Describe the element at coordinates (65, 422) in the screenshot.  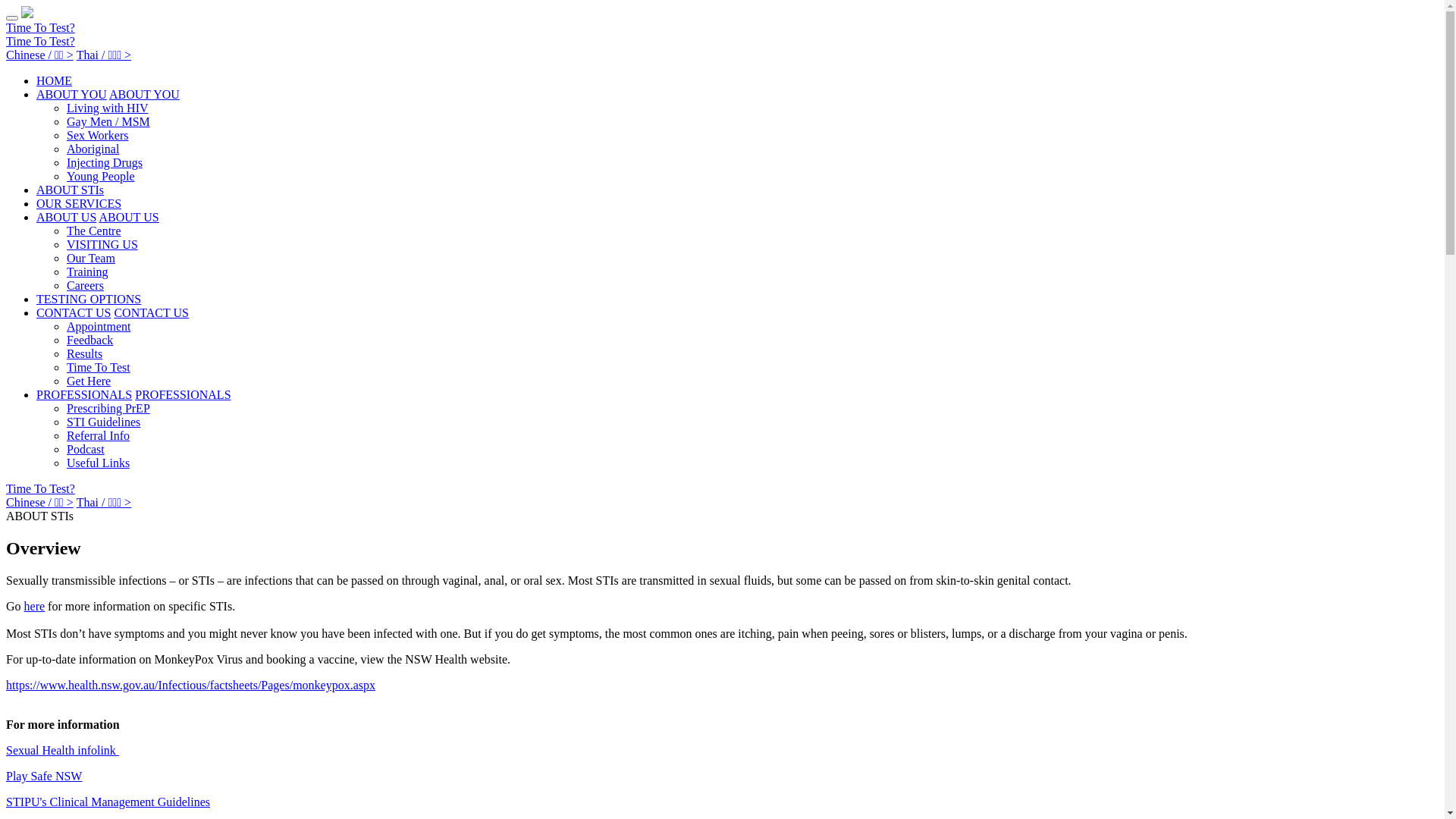
I see `'STI Guidelines'` at that location.